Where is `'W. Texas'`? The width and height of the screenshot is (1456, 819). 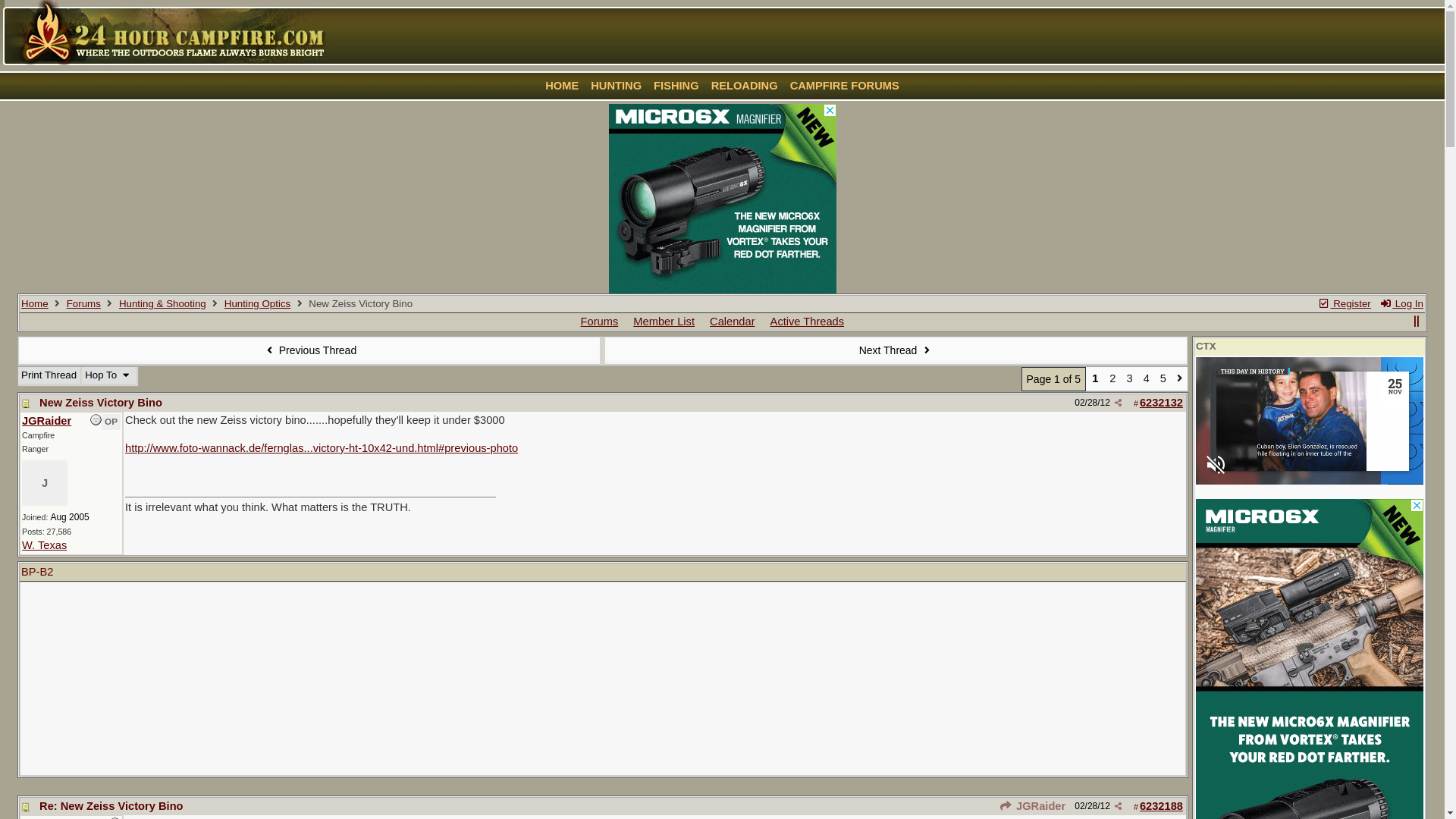
'W. Texas' is located at coordinates (44, 544).